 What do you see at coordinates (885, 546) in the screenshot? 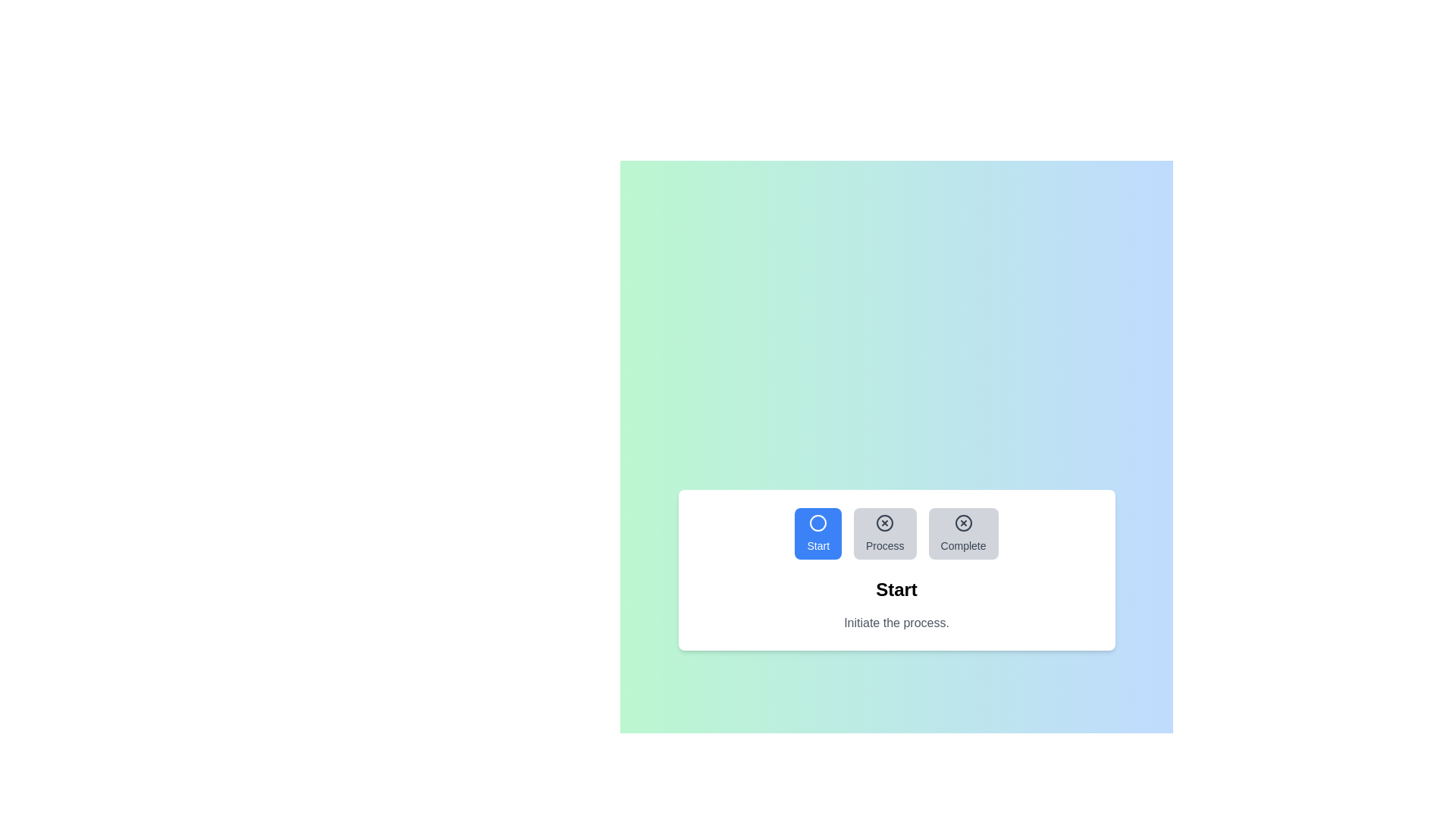
I see `the text label that provides context for the middle button in the row of three horizontally-aligned buttons` at bounding box center [885, 546].